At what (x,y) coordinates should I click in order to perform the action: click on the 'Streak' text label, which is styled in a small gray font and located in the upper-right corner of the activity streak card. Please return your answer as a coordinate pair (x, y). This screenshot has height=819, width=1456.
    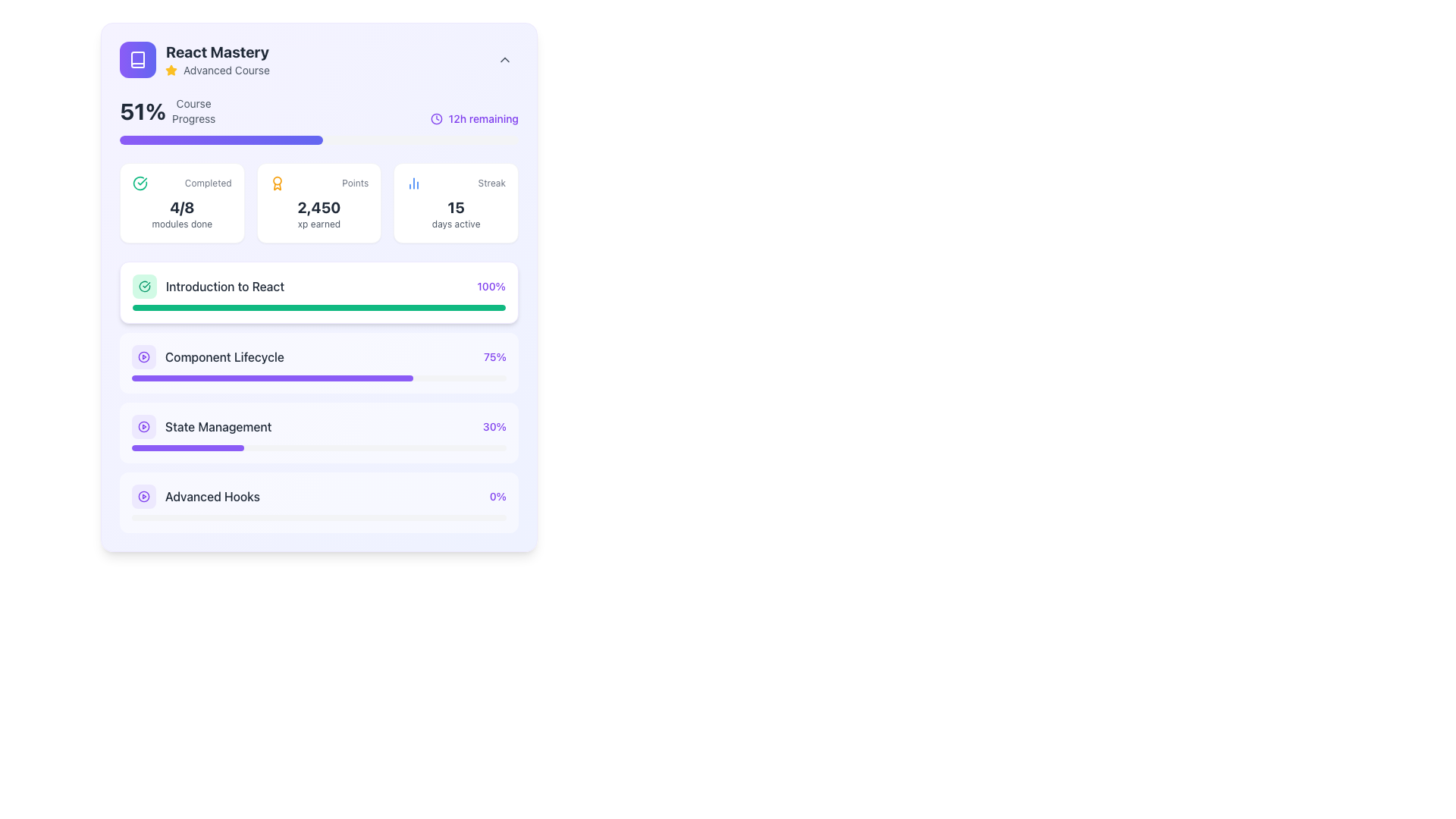
    Looking at the image, I should click on (491, 183).